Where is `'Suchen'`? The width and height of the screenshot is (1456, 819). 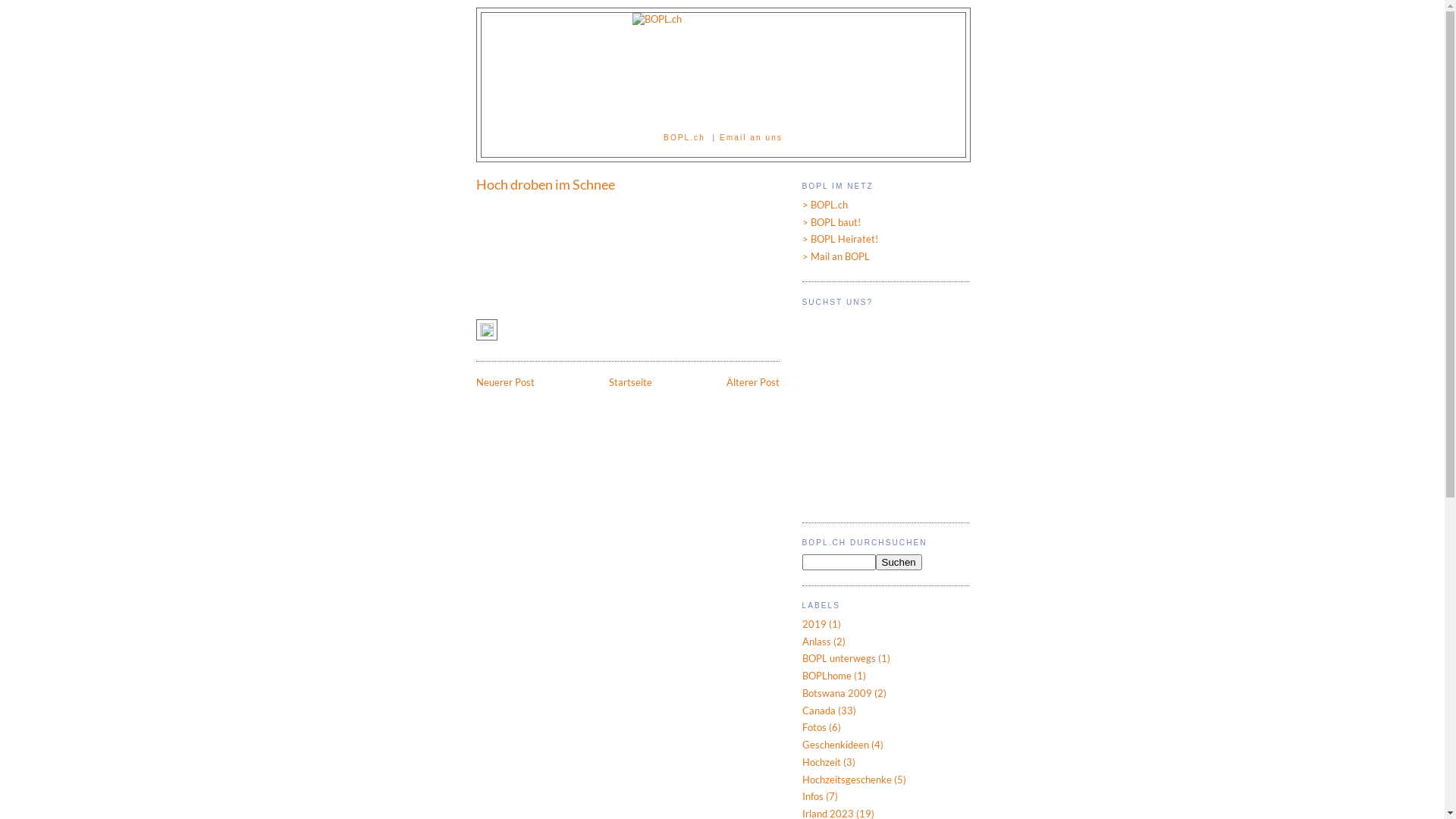 'Suchen' is located at coordinates (898, 562).